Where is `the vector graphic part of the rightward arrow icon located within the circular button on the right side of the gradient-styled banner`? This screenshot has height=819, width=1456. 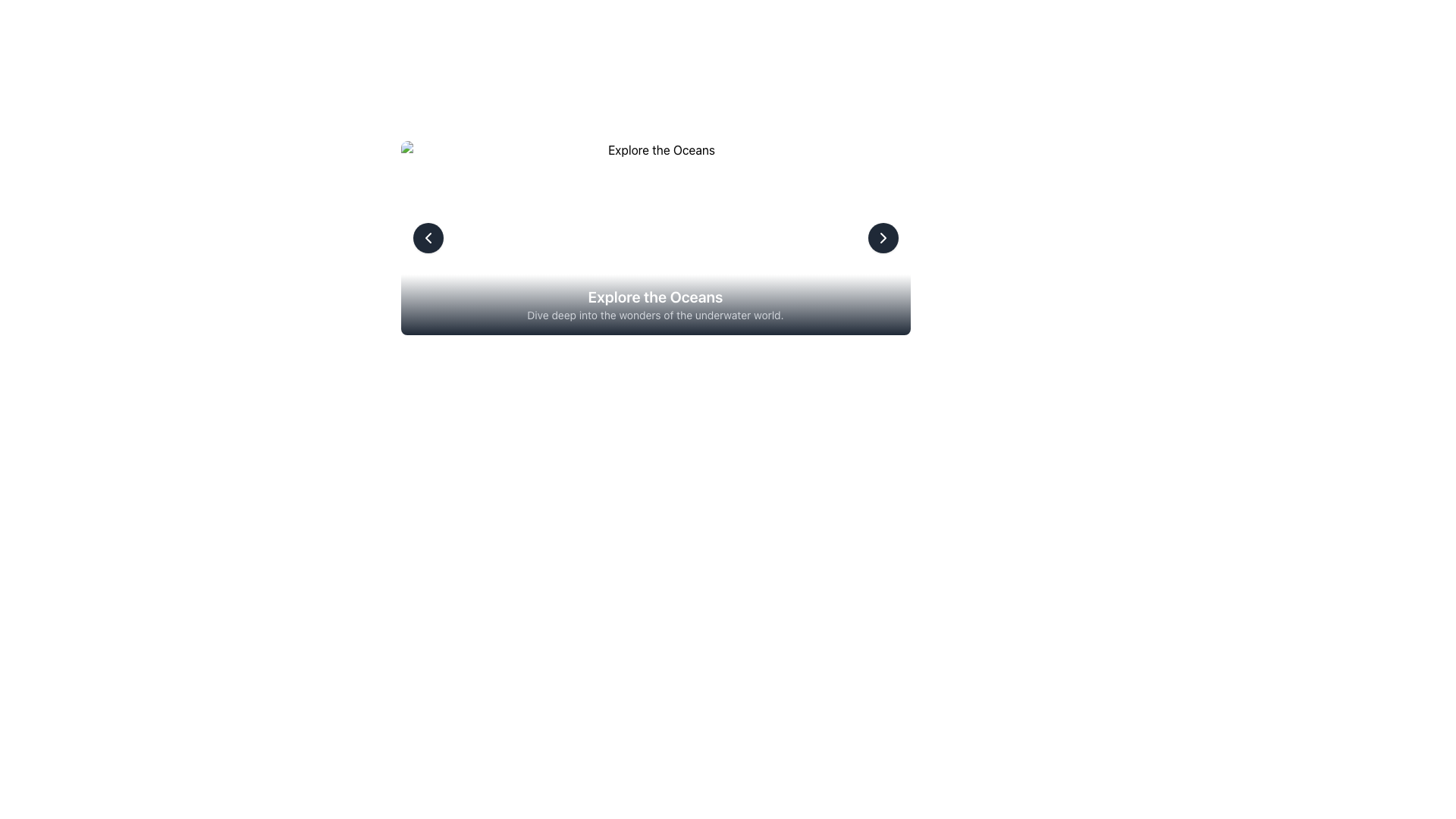
the vector graphic part of the rightward arrow icon located within the circular button on the right side of the gradient-styled banner is located at coordinates (883, 237).